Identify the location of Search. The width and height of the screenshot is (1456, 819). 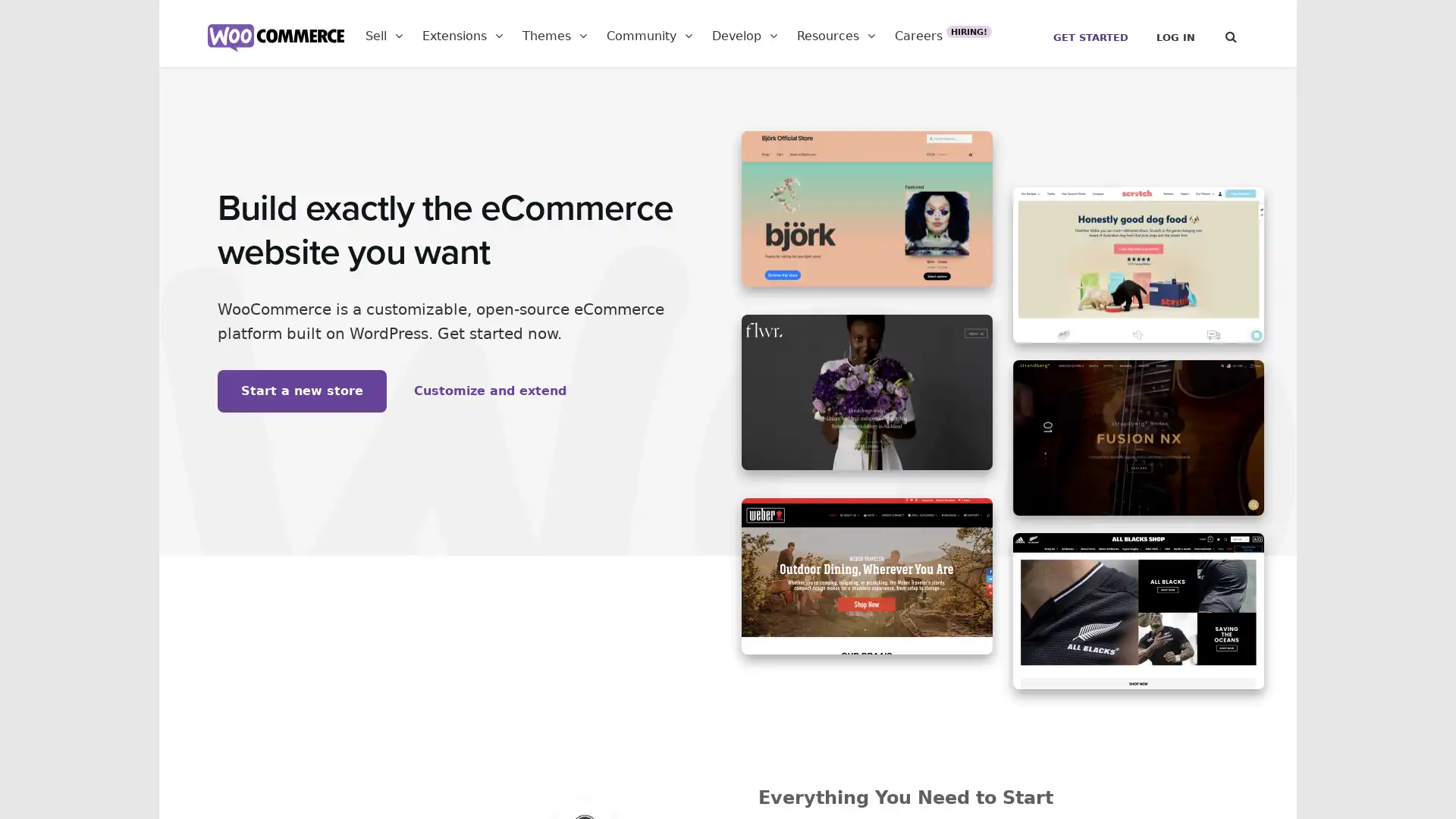
(1231, 36).